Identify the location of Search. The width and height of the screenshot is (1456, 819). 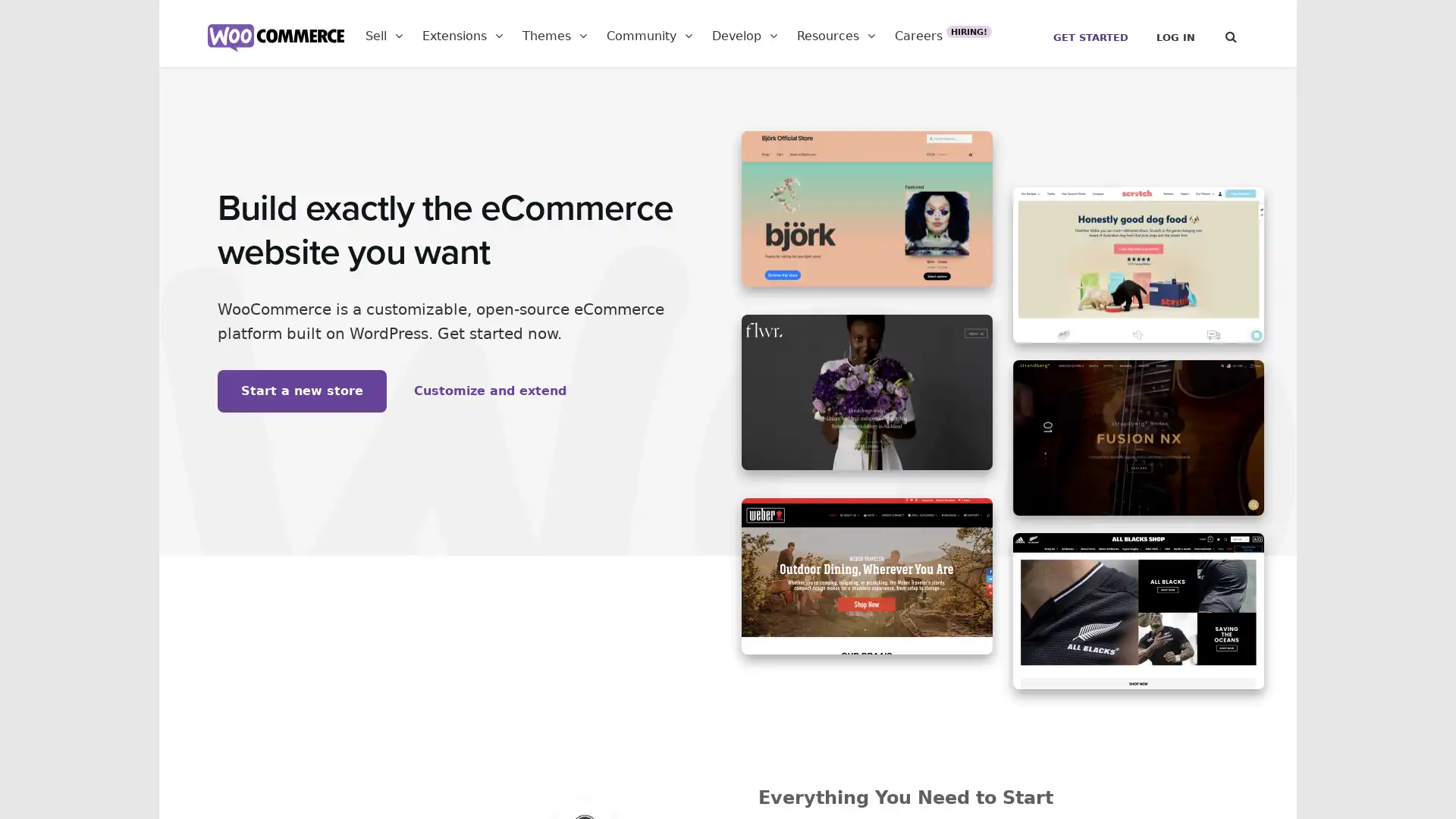
(1231, 36).